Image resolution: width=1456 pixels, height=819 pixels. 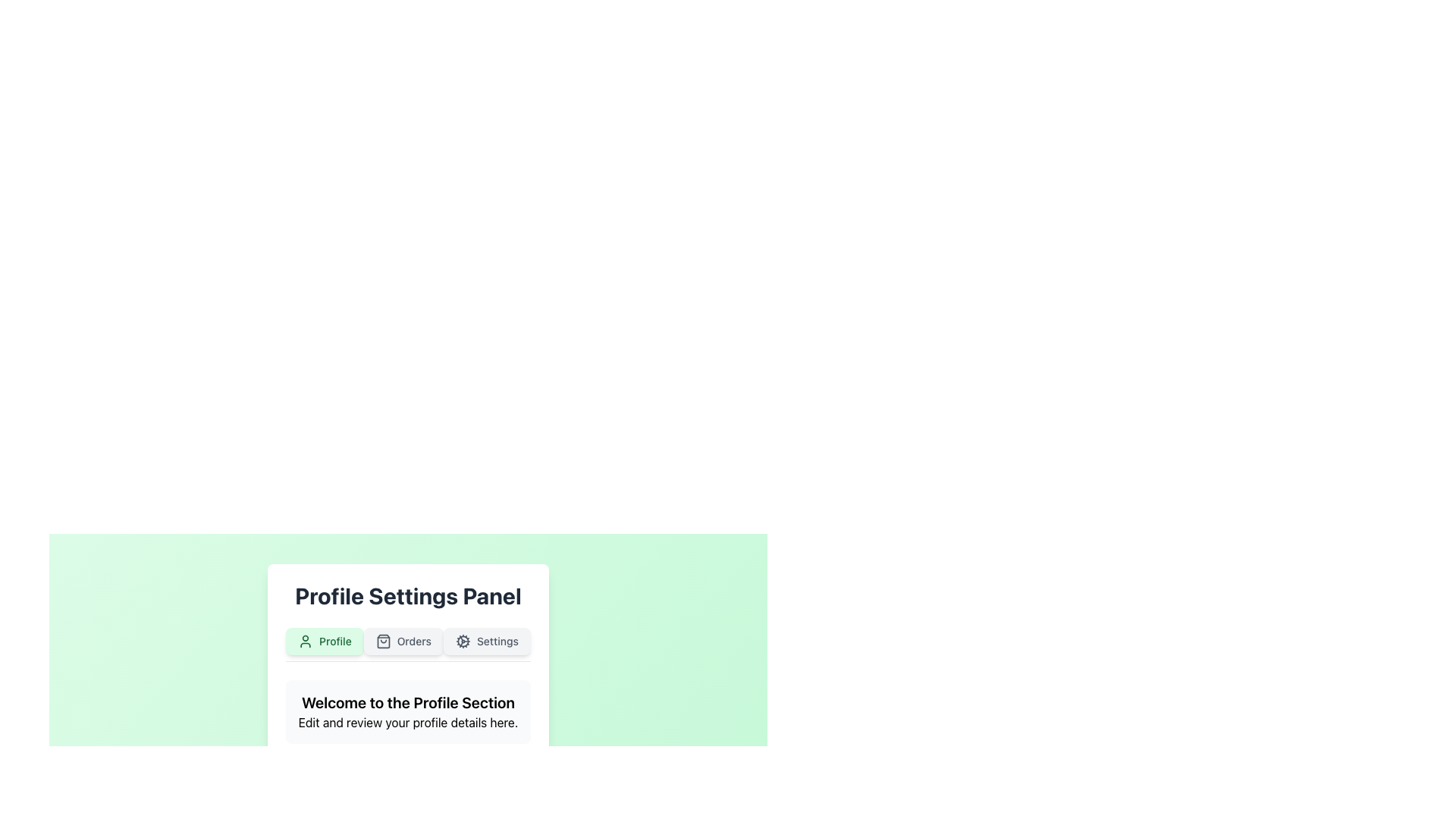 I want to click on the navigation button located between the 'Profile' and 'Settings' buttons, so click(x=403, y=641).